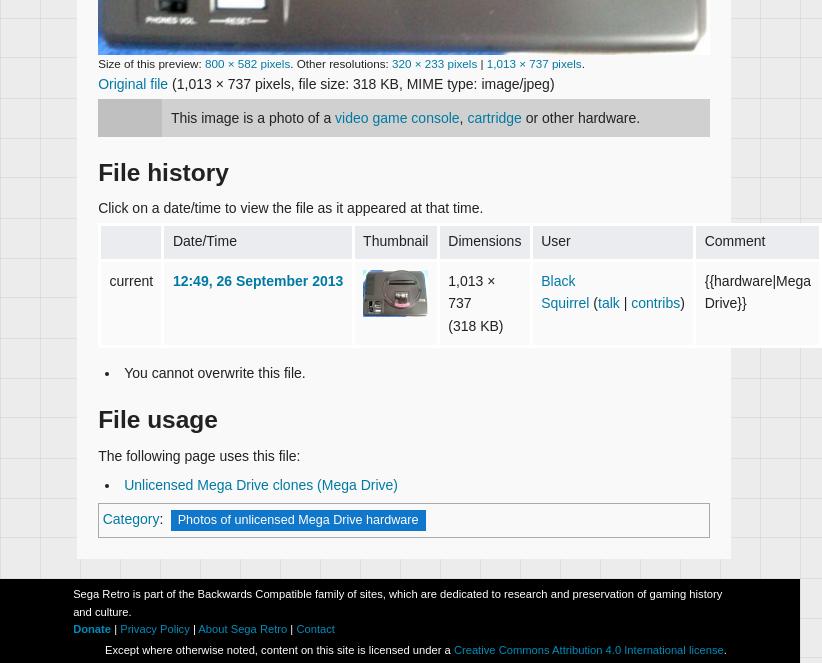 The width and height of the screenshot is (822, 663). Describe the element at coordinates (277, 649) in the screenshot. I see `'Except where otherwise noted, content on this site is licensed under a'` at that location.